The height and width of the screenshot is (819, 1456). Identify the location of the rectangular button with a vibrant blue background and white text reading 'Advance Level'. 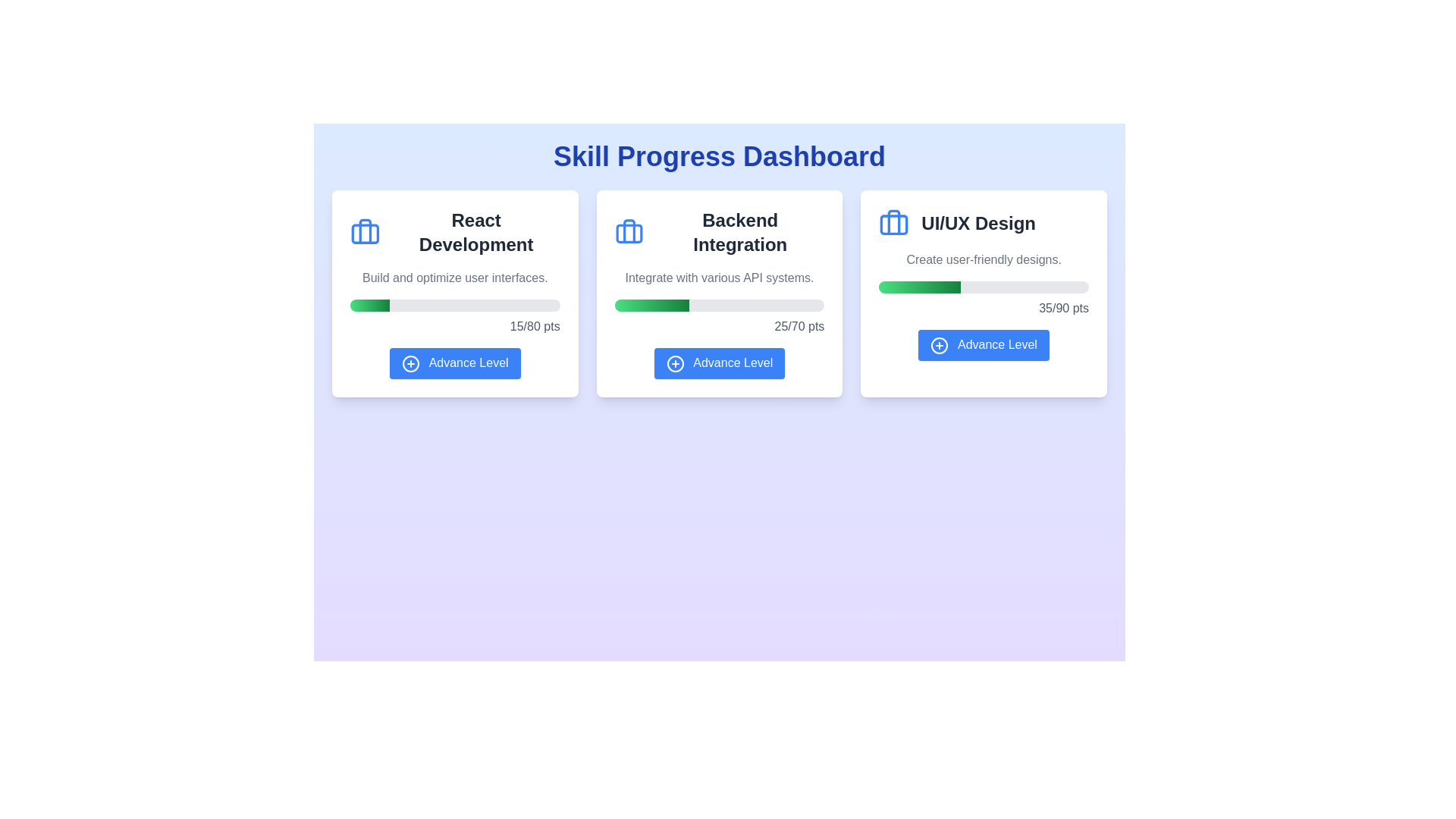
(984, 345).